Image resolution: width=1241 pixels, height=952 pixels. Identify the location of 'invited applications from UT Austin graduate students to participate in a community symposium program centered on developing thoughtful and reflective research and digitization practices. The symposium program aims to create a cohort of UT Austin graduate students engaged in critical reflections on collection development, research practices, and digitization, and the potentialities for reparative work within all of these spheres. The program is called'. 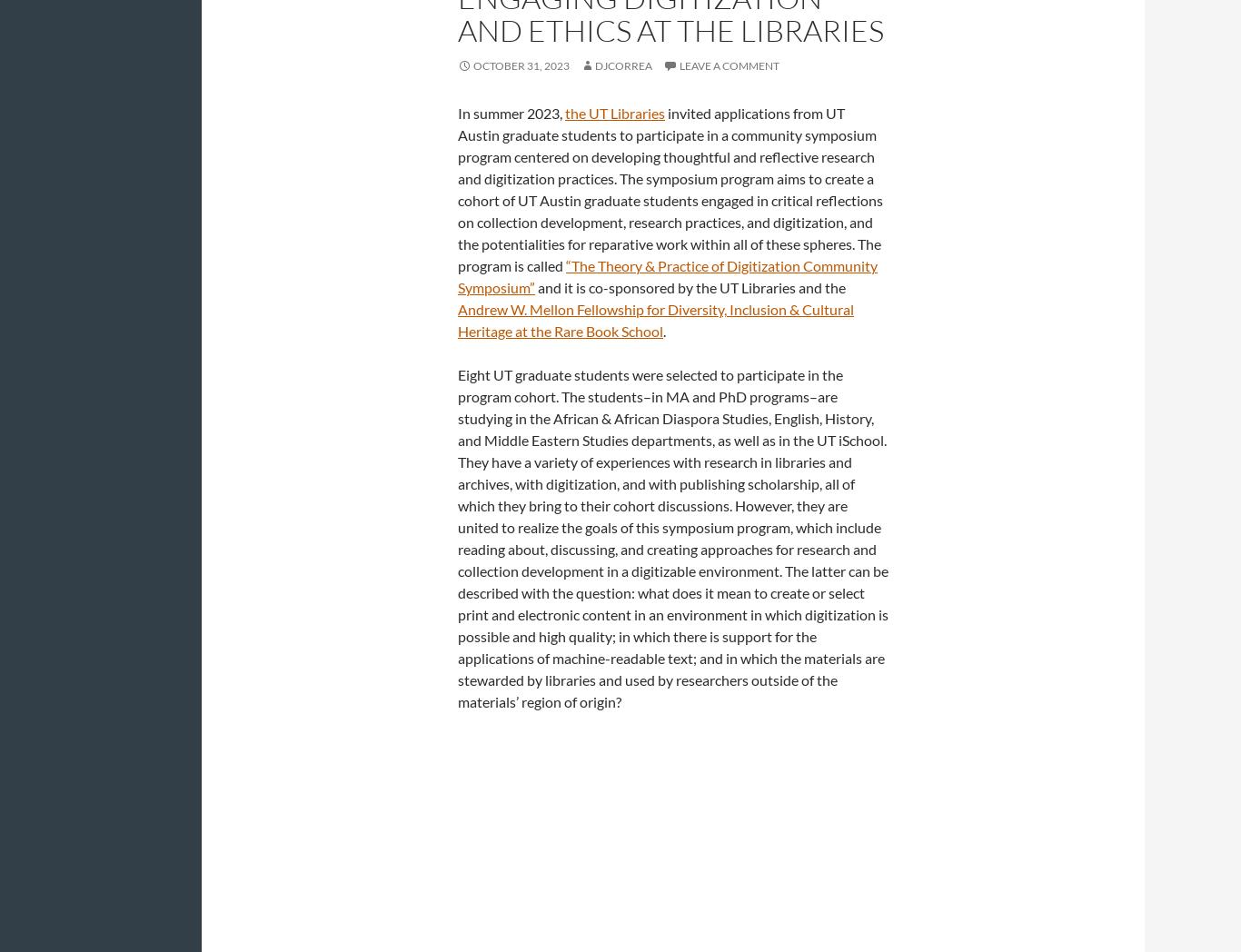
(670, 188).